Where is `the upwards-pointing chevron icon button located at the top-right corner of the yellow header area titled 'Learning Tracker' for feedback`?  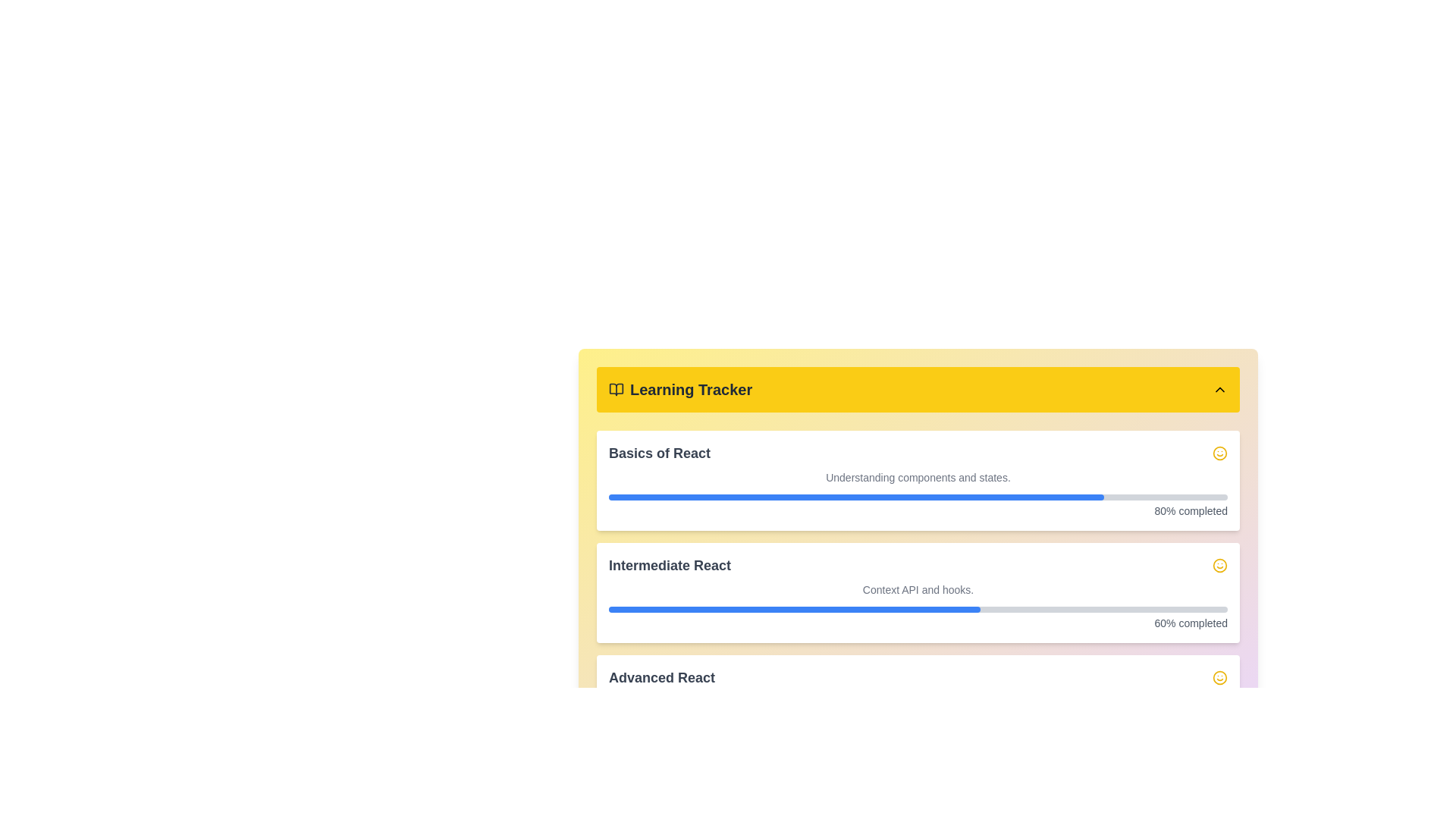
the upwards-pointing chevron icon button located at the top-right corner of the yellow header area titled 'Learning Tracker' for feedback is located at coordinates (1219, 388).